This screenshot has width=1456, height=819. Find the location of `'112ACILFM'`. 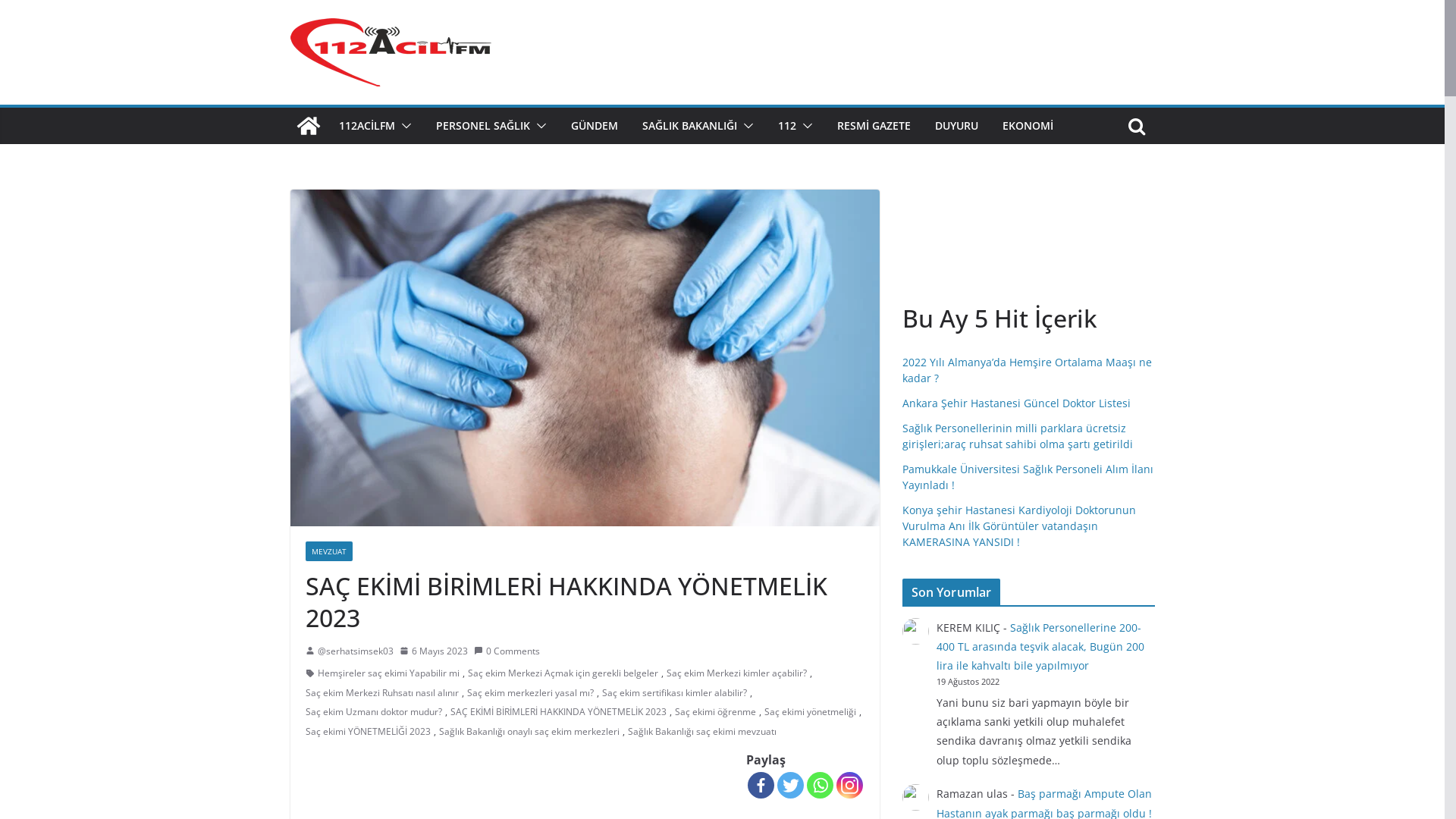

'112ACILFM' is located at coordinates (366, 124).